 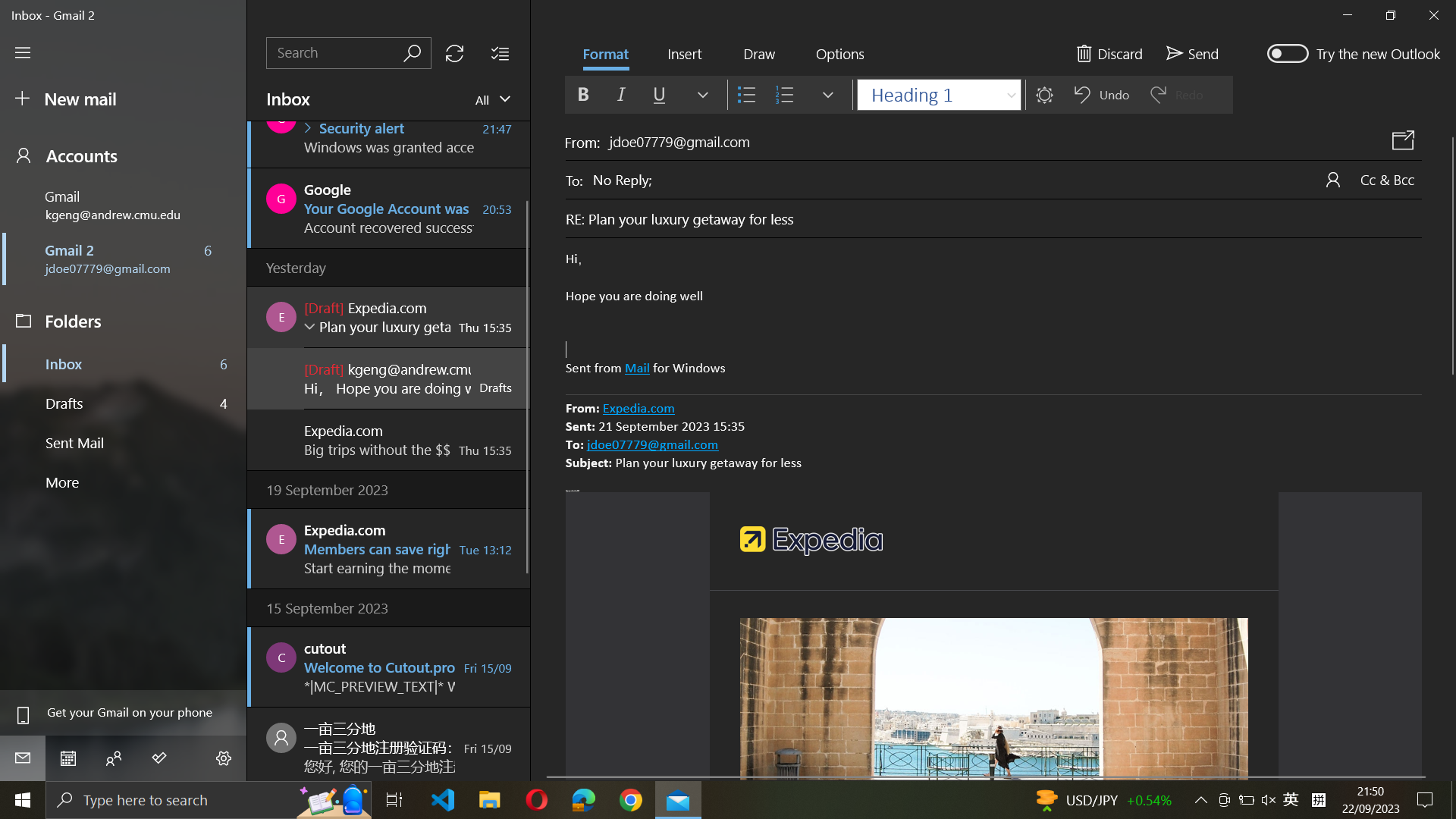 I want to click on Change the recipient of the email to "john@example.com, so click(x=1007, y=177).